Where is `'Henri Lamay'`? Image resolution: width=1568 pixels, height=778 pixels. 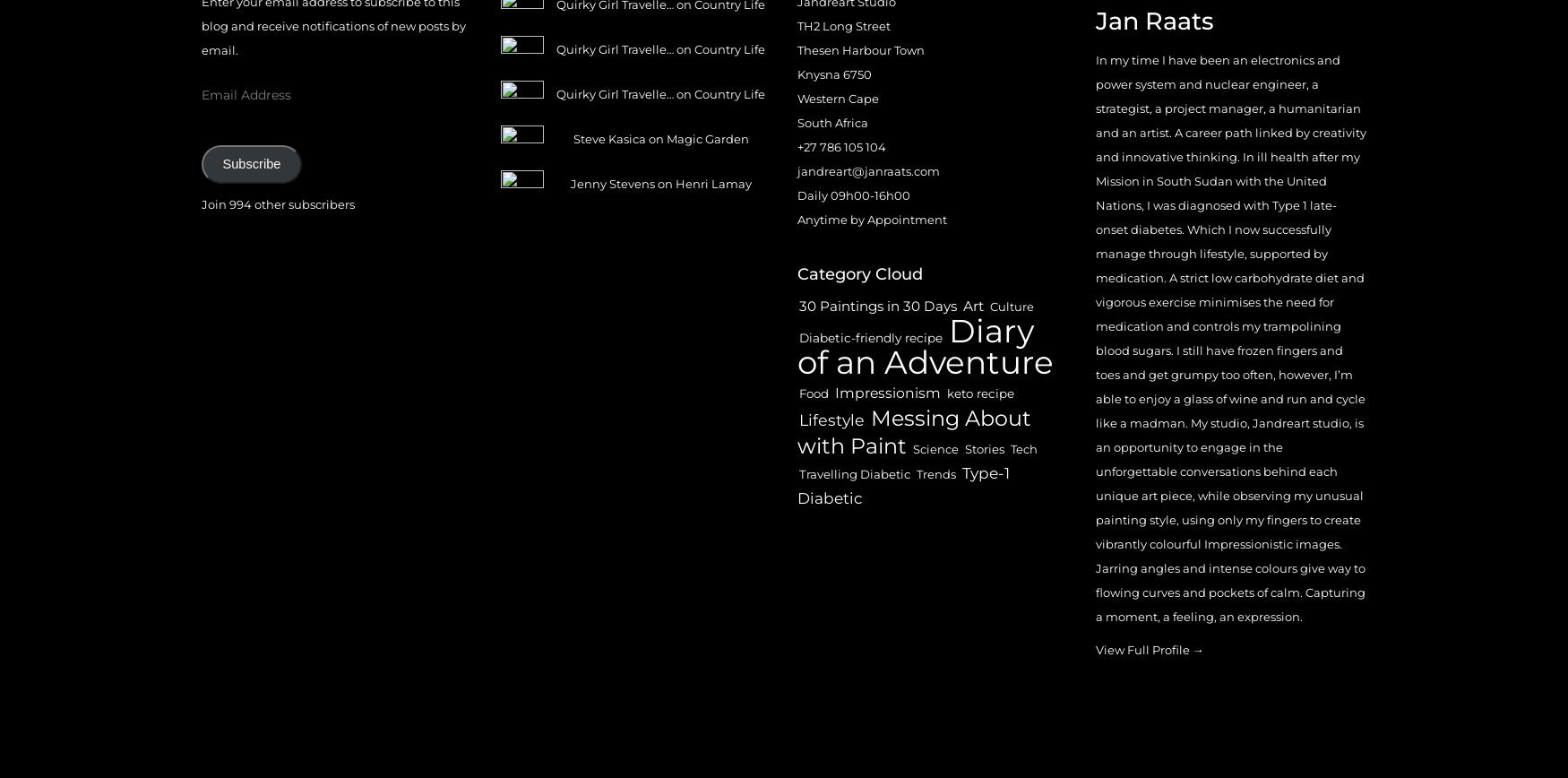 'Henri Lamay' is located at coordinates (674, 182).